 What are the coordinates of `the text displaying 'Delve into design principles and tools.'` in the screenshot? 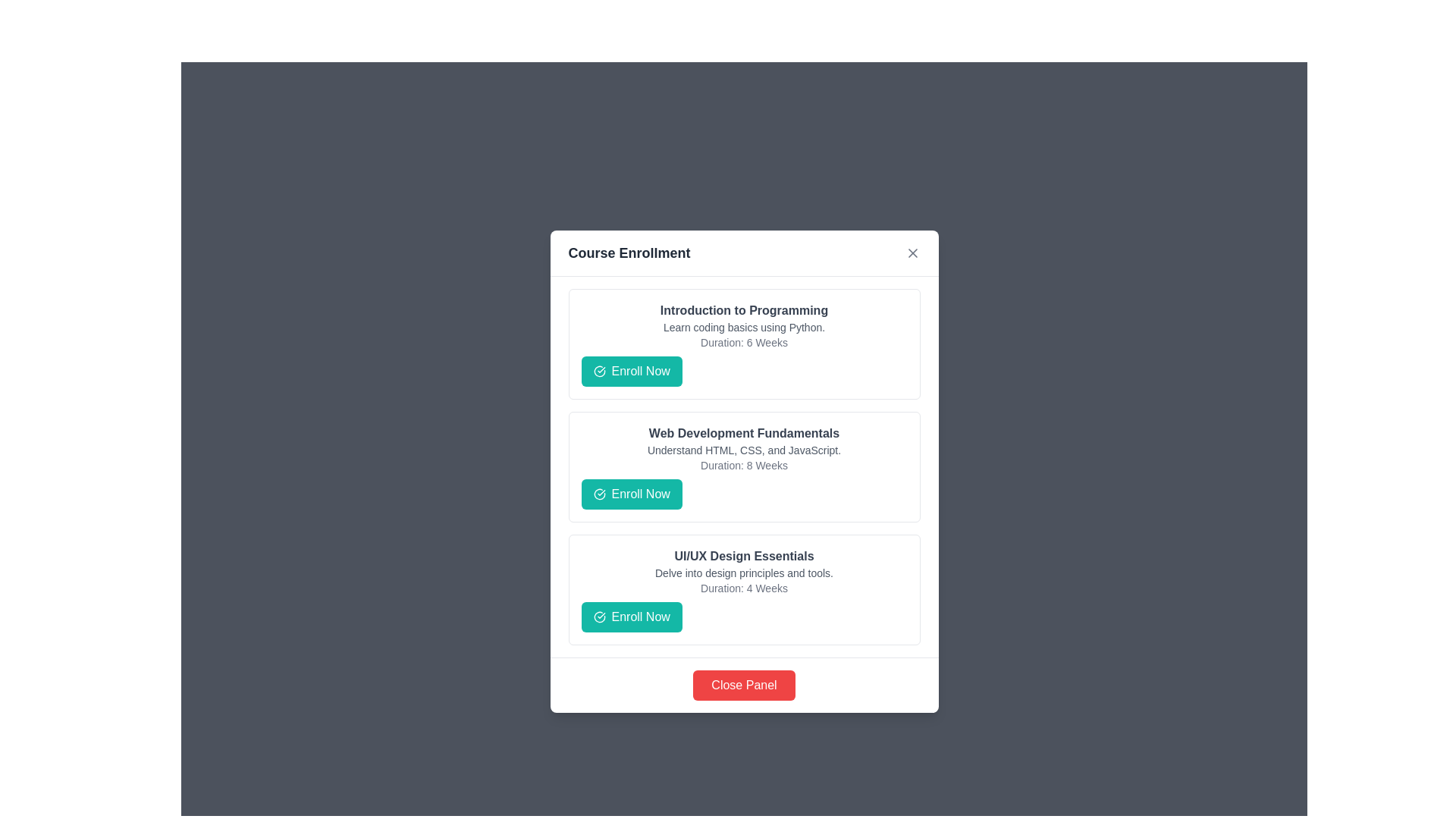 It's located at (744, 573).